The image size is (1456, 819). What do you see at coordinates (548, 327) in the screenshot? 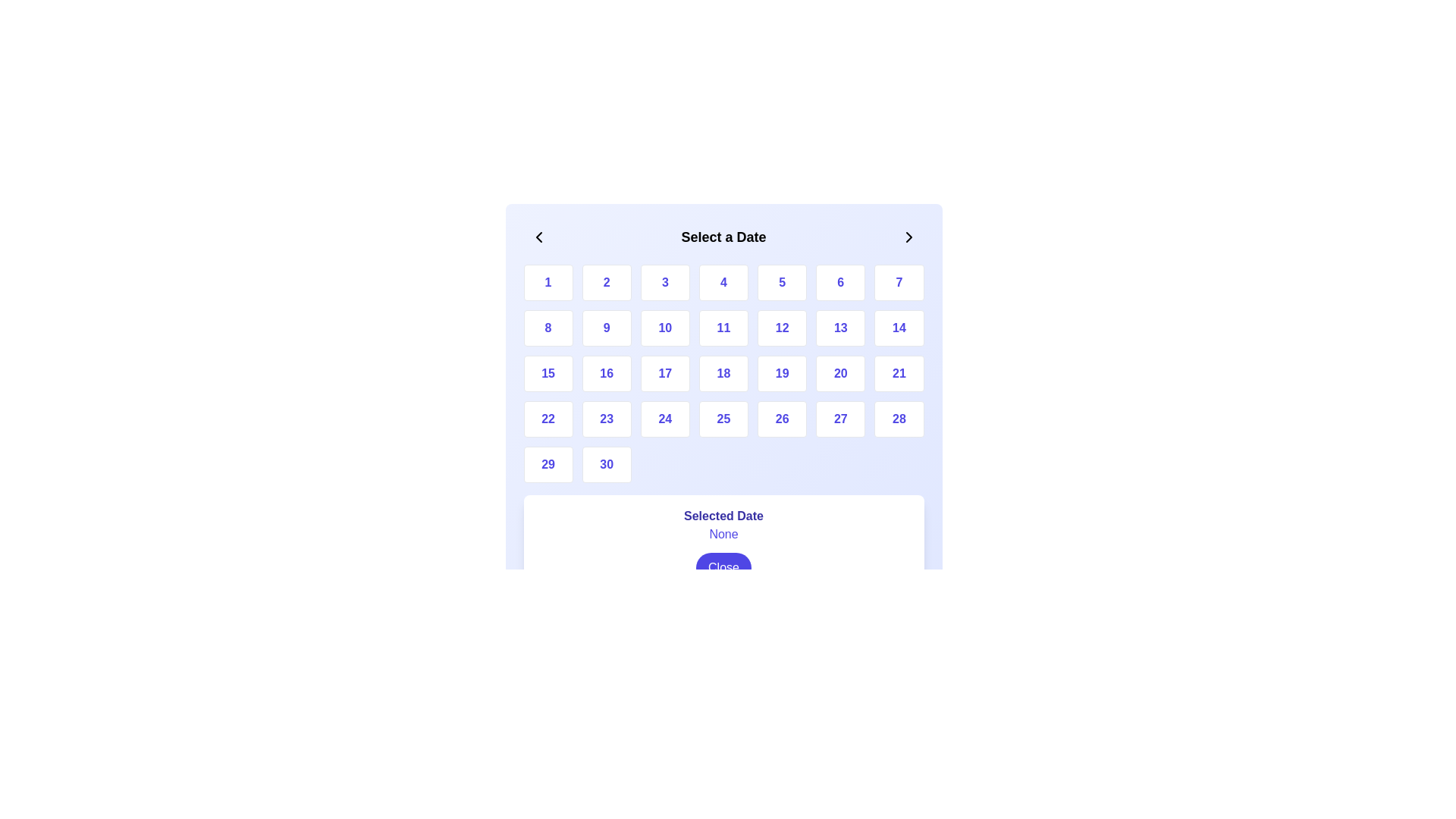
I see `the date selection button representing the date '8' in the date picker component` at bounding box center [548, 327].